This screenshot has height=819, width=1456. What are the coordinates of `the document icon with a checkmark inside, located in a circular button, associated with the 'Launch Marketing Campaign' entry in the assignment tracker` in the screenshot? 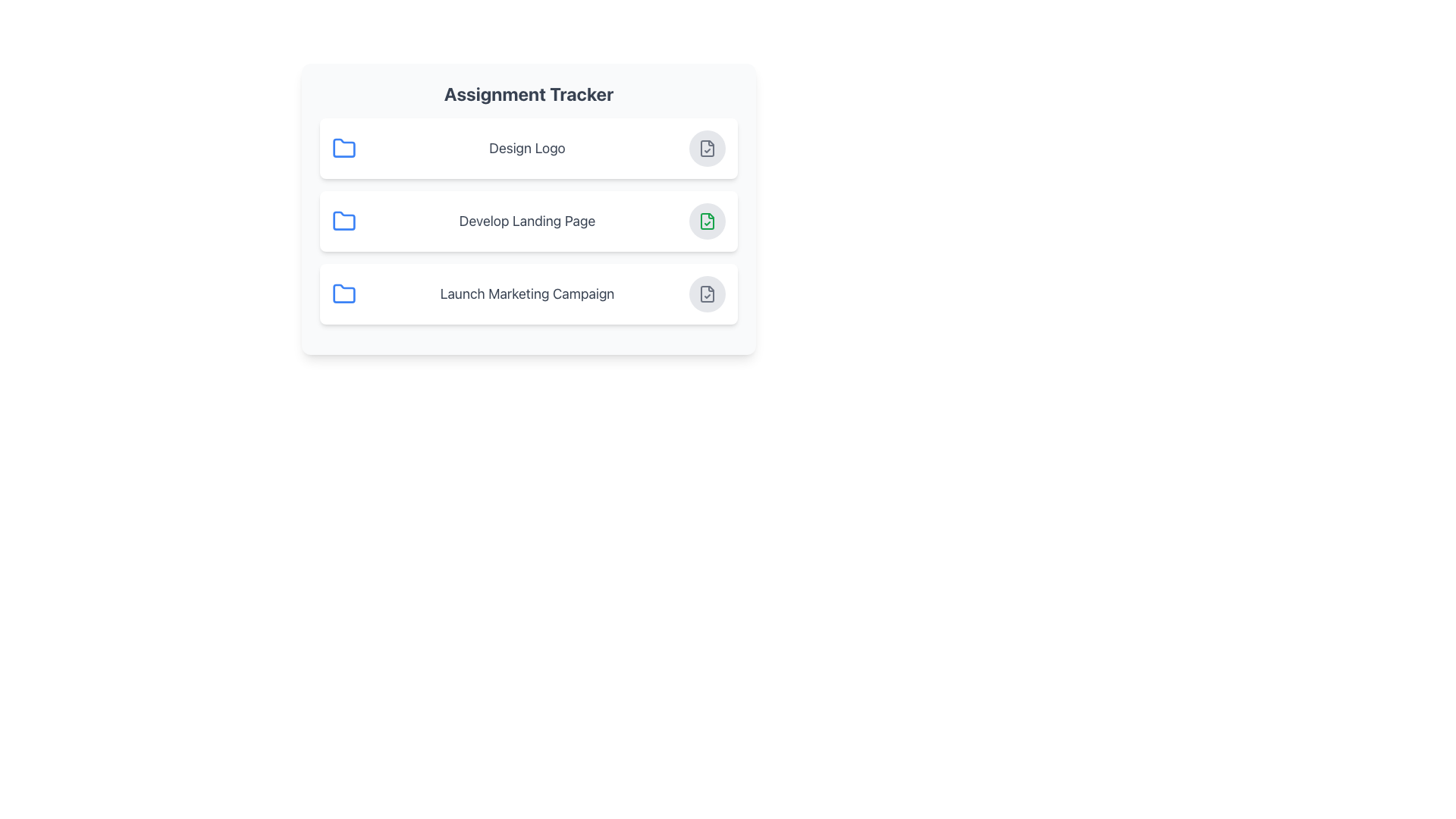 It's located at (706, 294).